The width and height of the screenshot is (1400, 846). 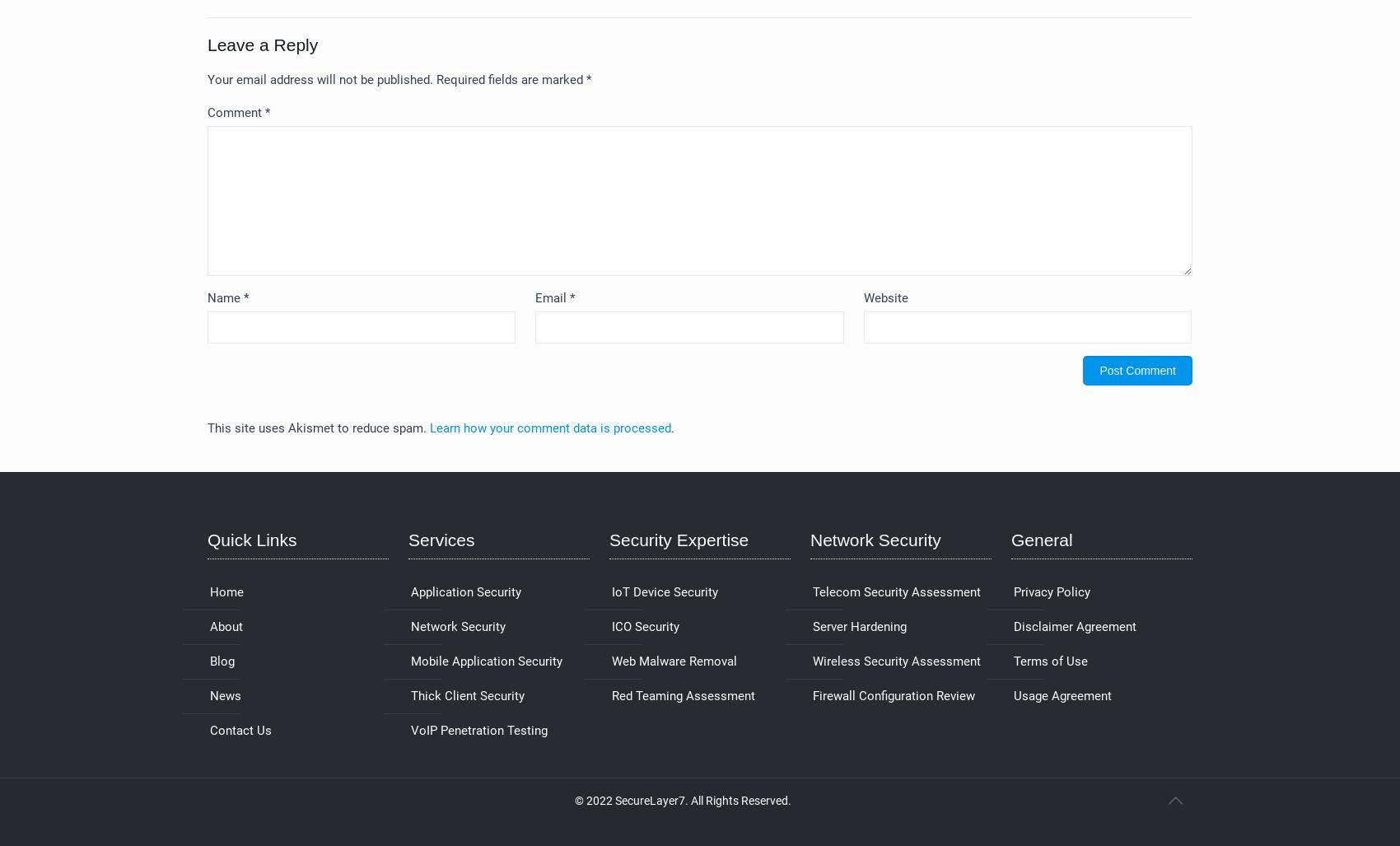 What do you see at coordinates (897, 661) in the screenshot?
I see `'Wireless Security Assessment'` at bounding box center [897, 661].